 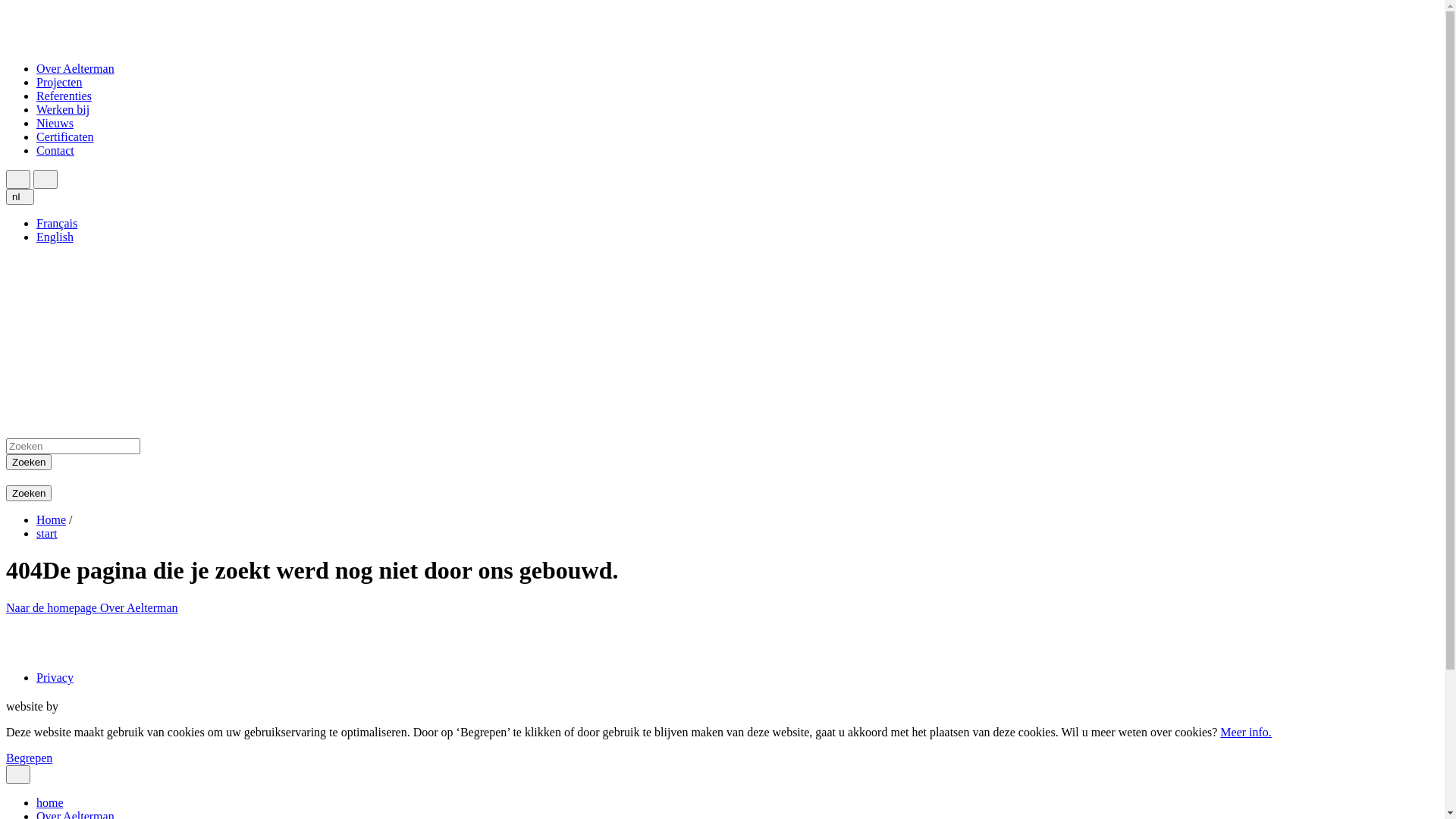 I want to click on 'Zoeken', so click(x=29, y=493).